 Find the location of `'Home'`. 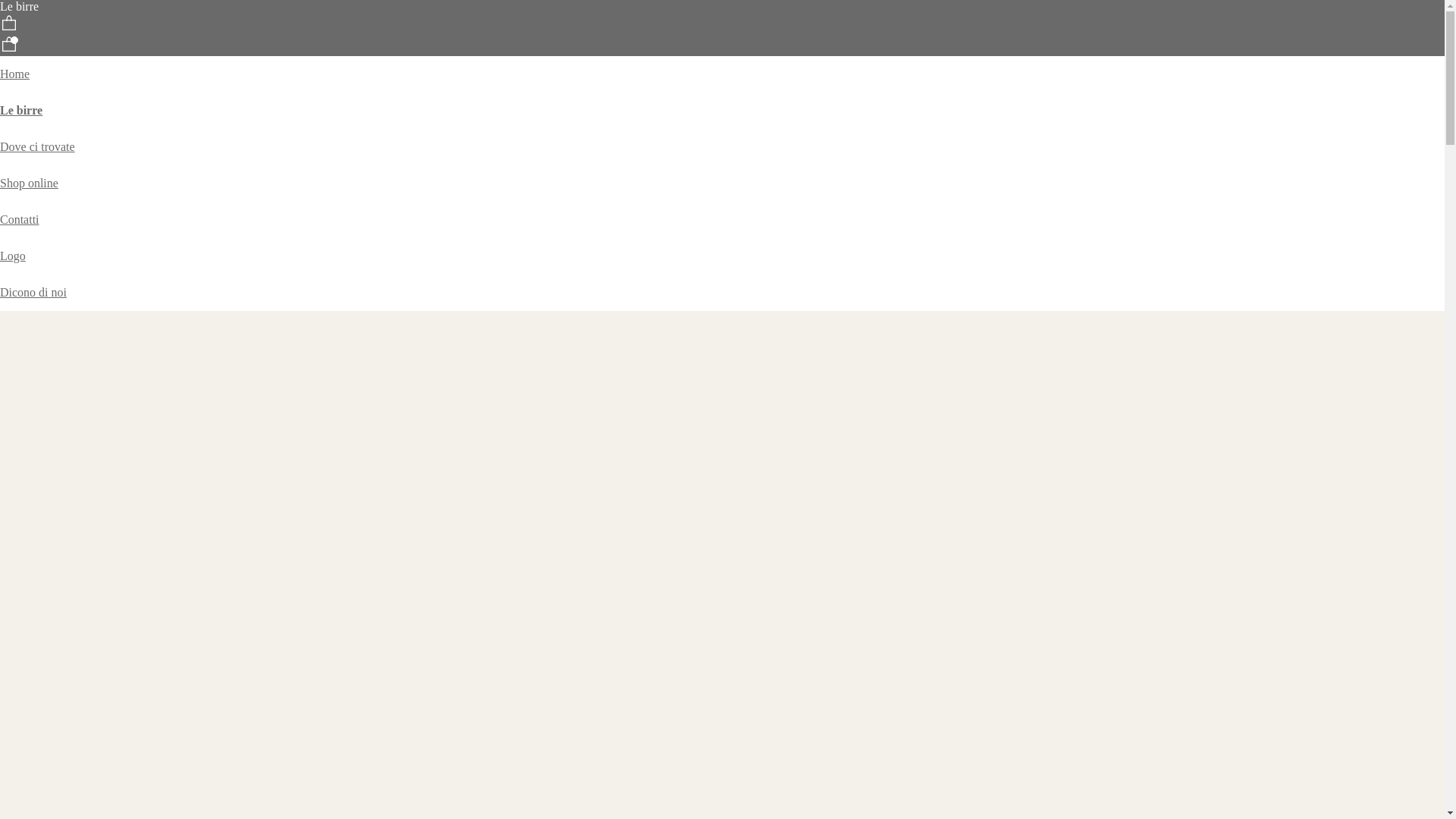

'Home' is located at coordinates (14, 74).